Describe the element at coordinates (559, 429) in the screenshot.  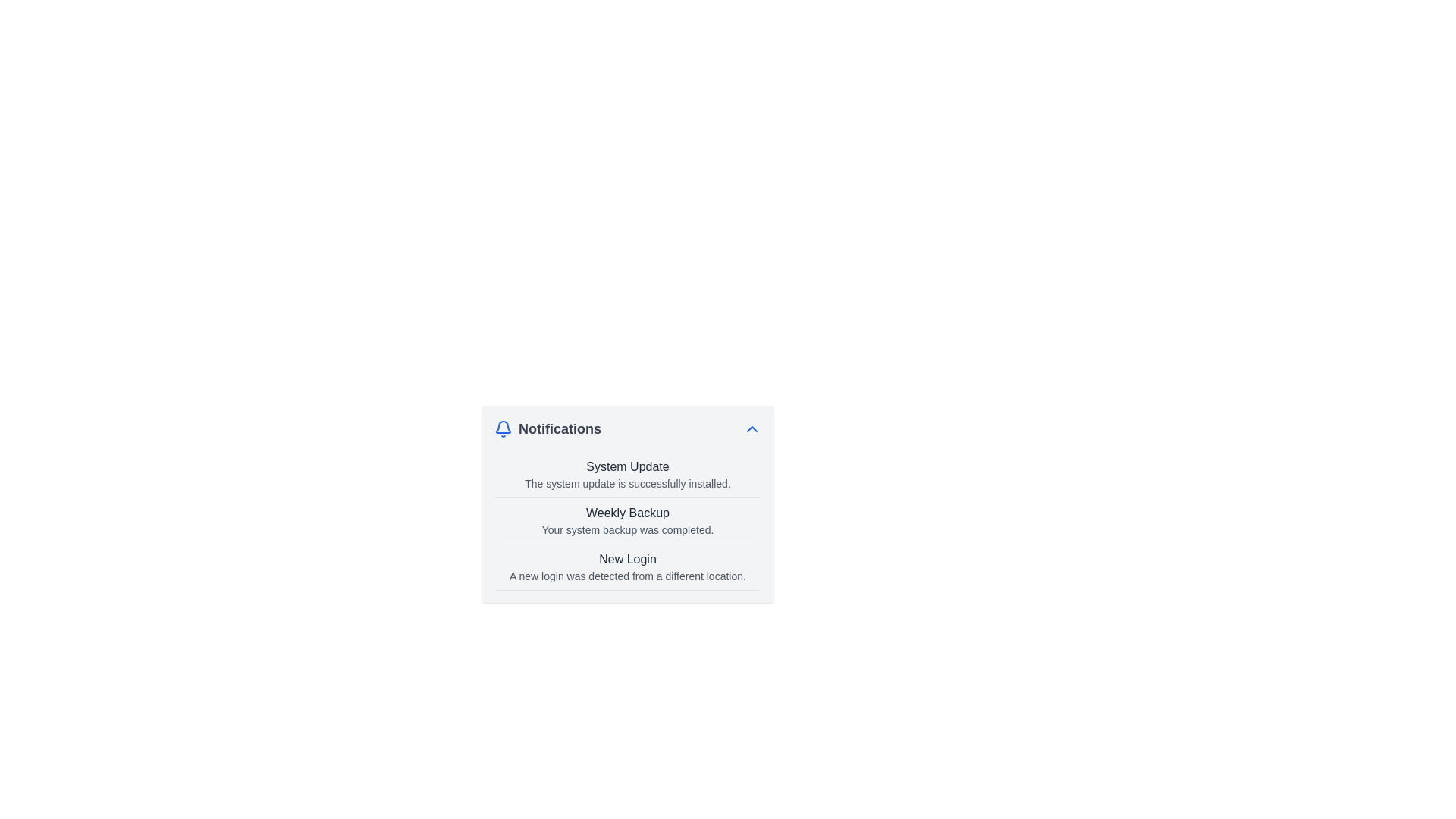
I see `text of the title or header element that identifies the section related to notifications, positioned to the right of a bell icon in the notification panel` at that location.